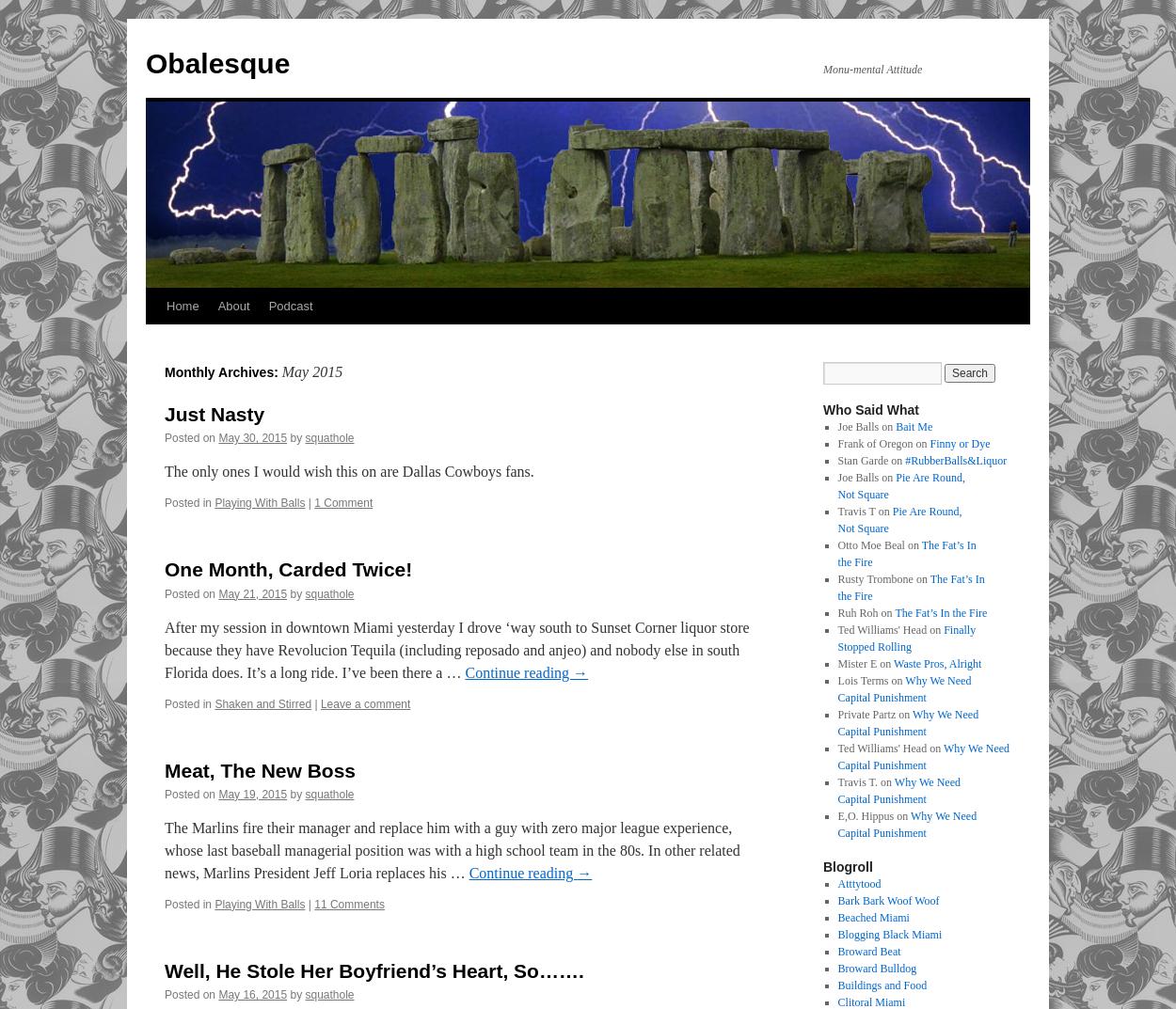  Describe the element at coordinates (222, 371) in the screenshot. I see `'Monthly Archives:'` at that location.